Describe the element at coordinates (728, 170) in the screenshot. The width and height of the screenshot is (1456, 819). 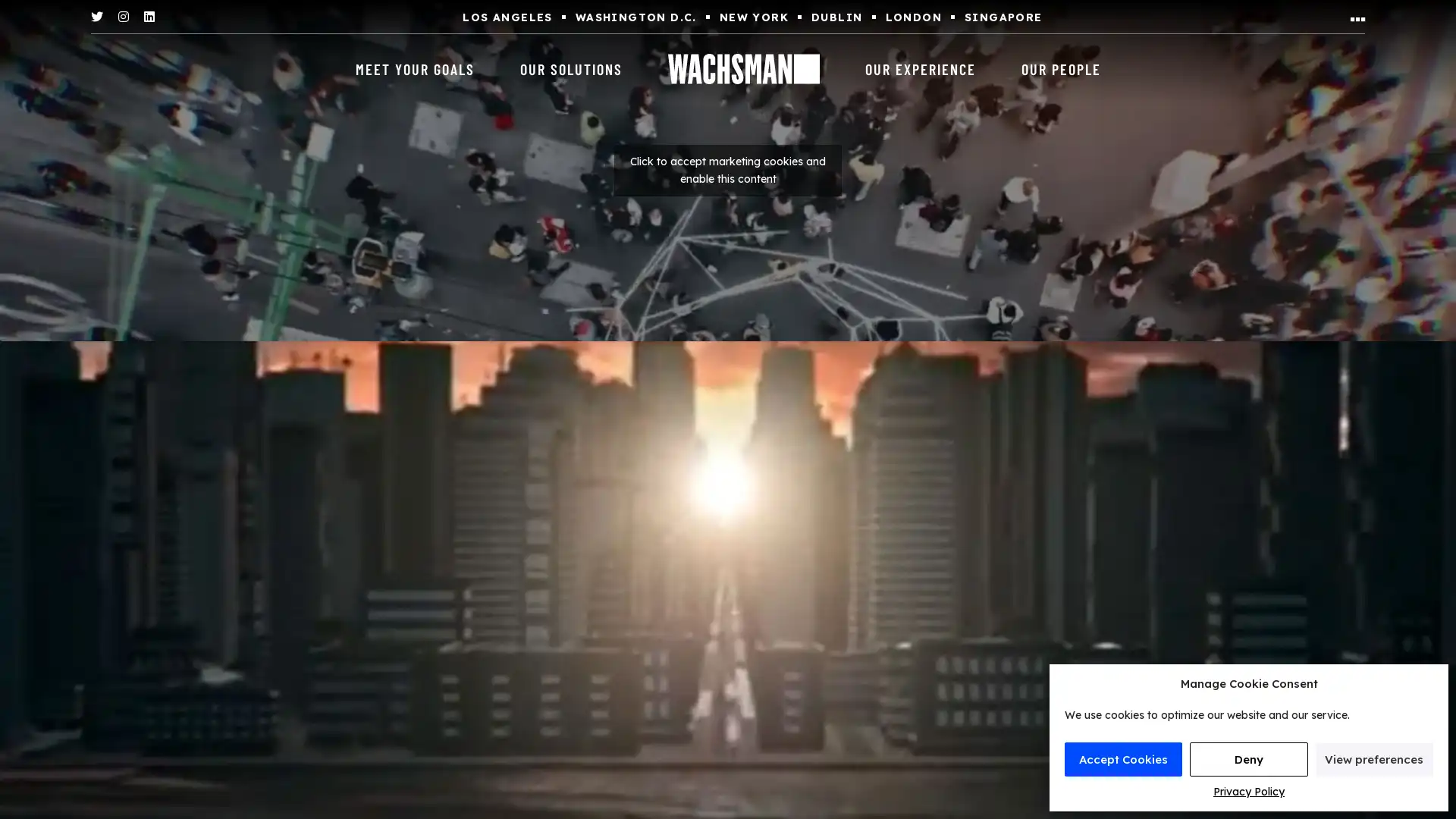
I see `youtube` at that location.